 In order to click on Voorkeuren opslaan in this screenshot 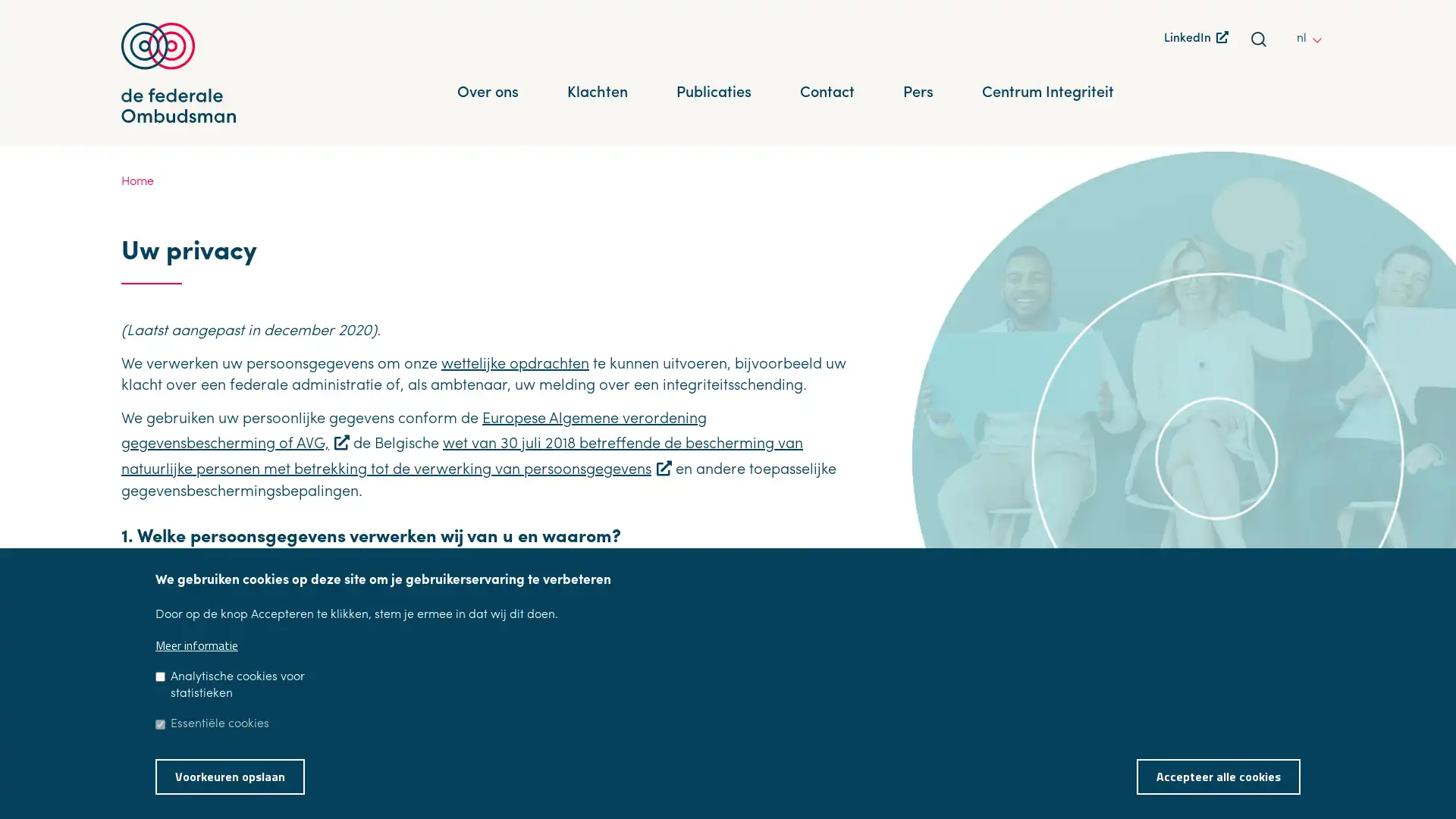, I will do `click(229, 776)`.